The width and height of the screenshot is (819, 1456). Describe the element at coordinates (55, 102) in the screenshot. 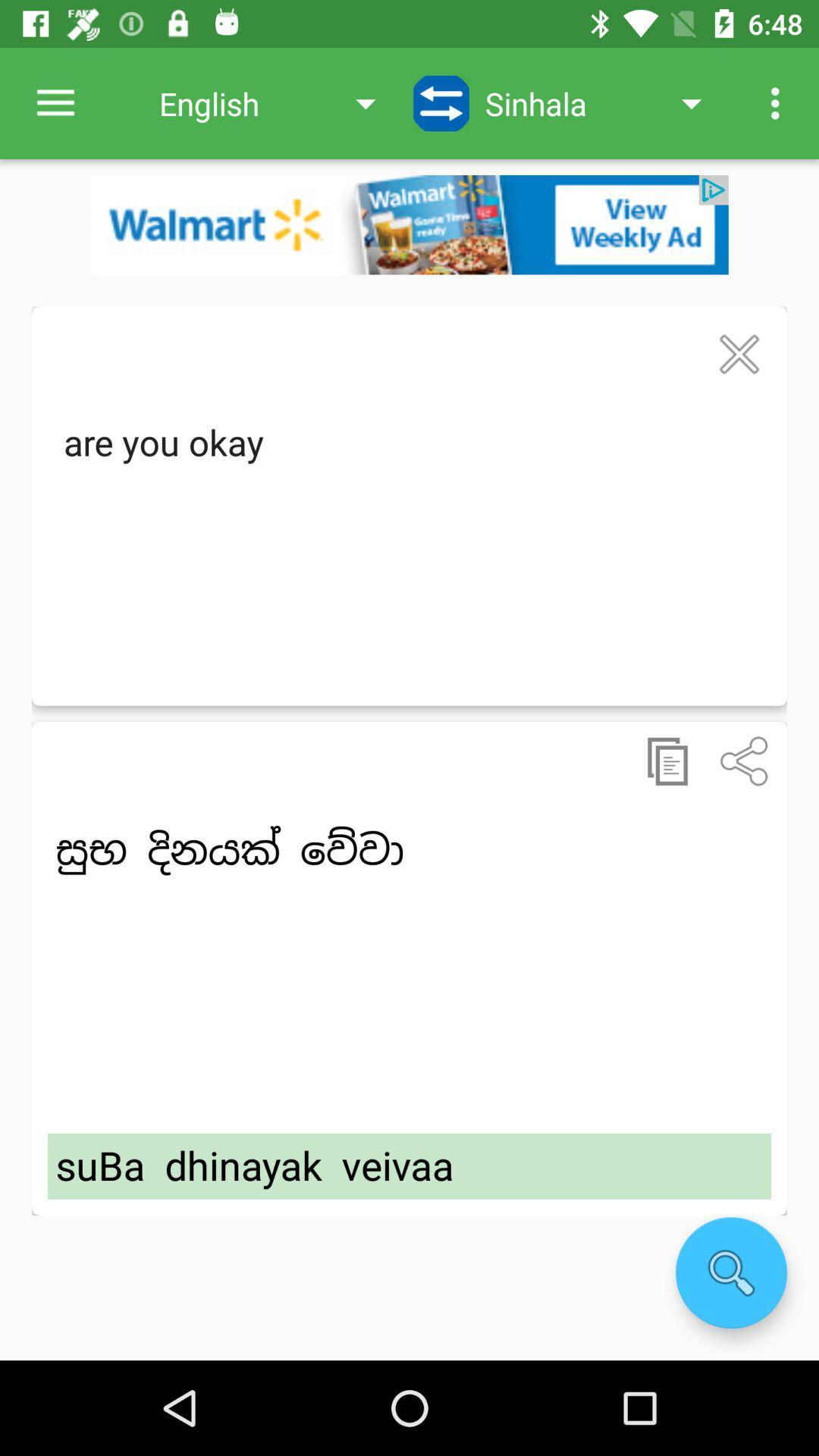

I see `the item to the left of english app` at that location.